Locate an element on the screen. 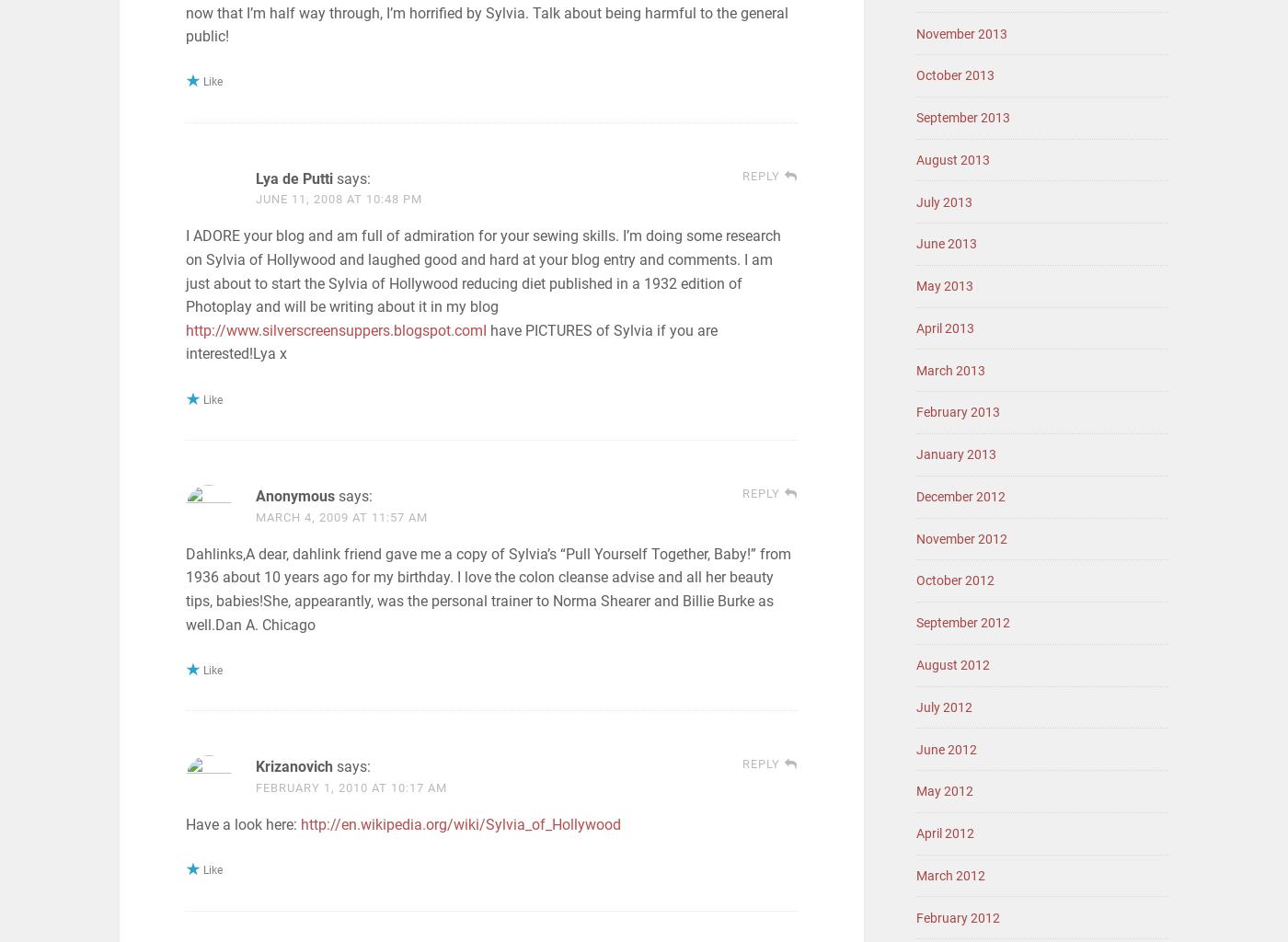 The width and height of the screenshot is (1288, 942). 'Lya de Putti' is located at coordinates (293, 178).